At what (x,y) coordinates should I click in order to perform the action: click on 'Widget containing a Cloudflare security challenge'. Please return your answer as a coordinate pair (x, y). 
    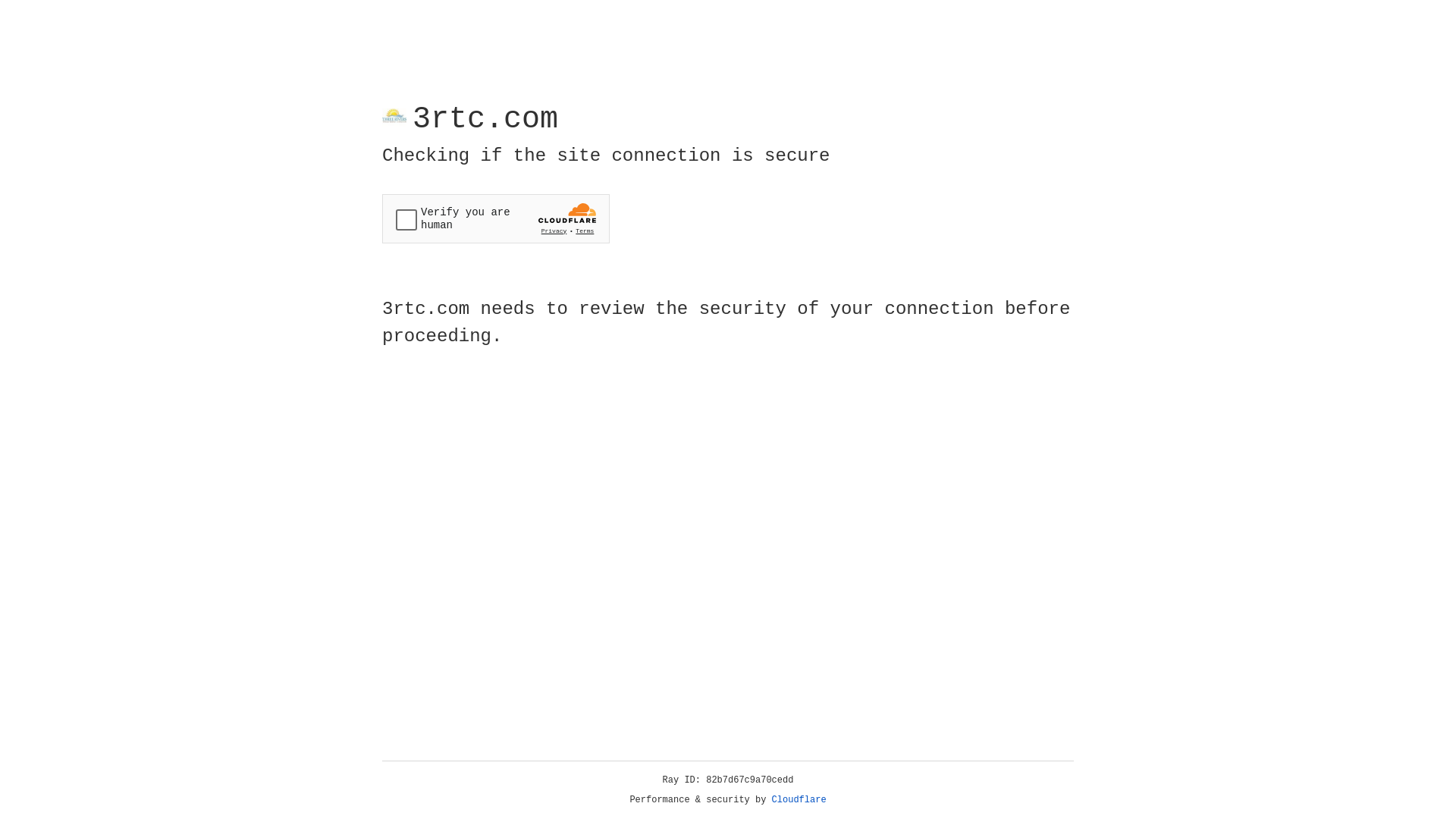
    Looking at the image, I should click on (495, 218).